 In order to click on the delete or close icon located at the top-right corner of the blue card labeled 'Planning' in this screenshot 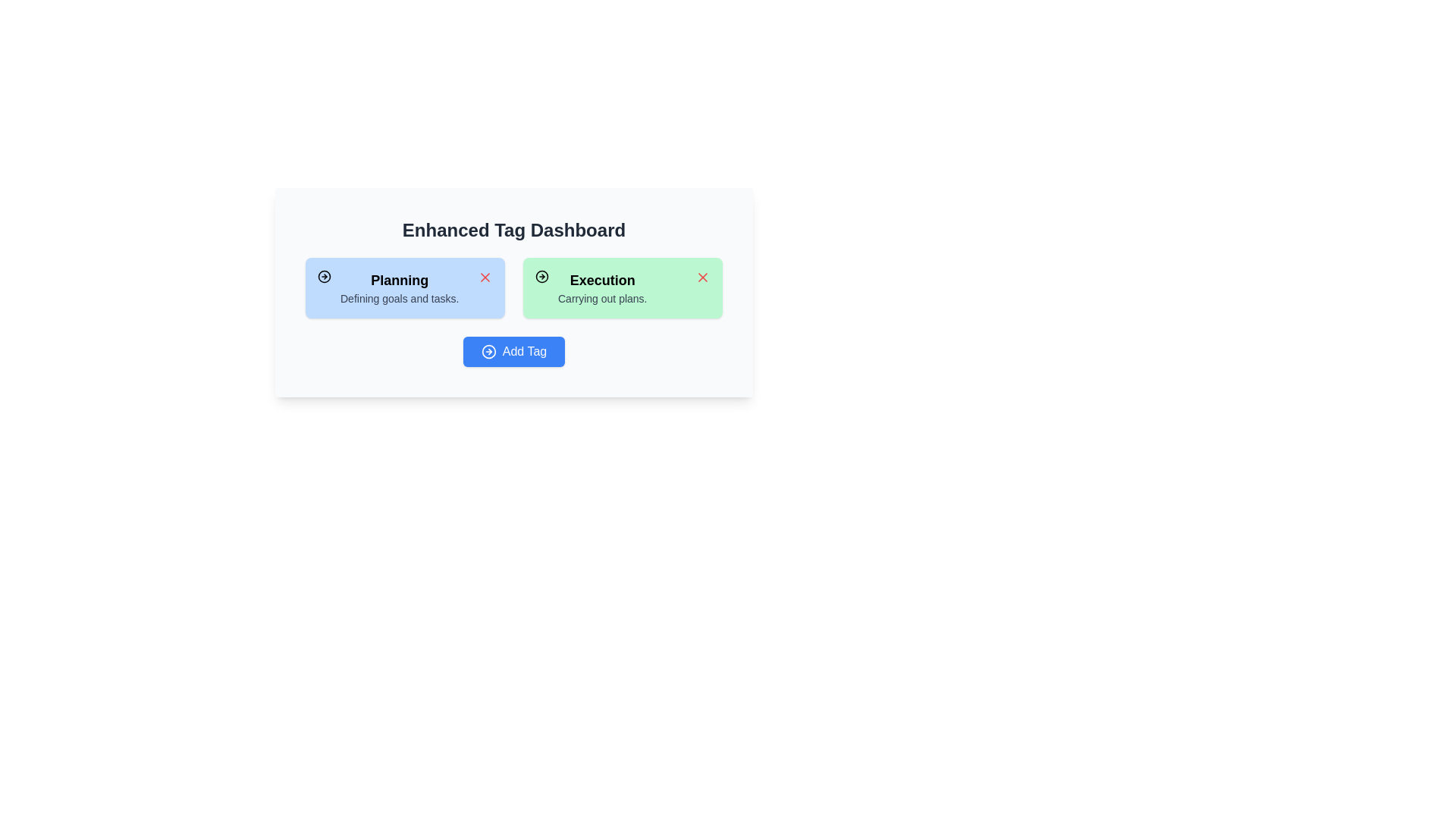, I will do `click(484, 278)`.